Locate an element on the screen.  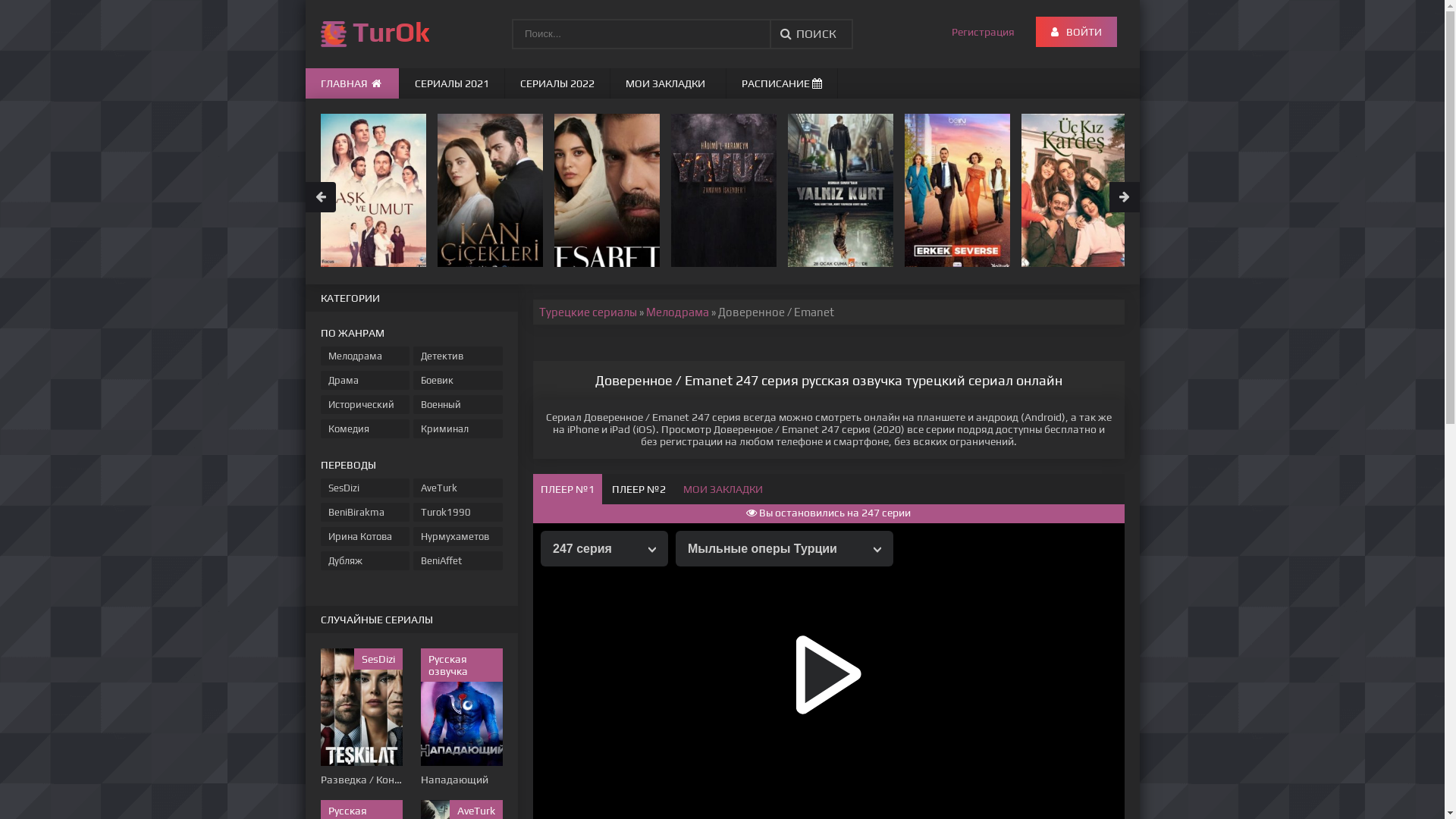
'Turok1990' is located at coordinates (457, 512).